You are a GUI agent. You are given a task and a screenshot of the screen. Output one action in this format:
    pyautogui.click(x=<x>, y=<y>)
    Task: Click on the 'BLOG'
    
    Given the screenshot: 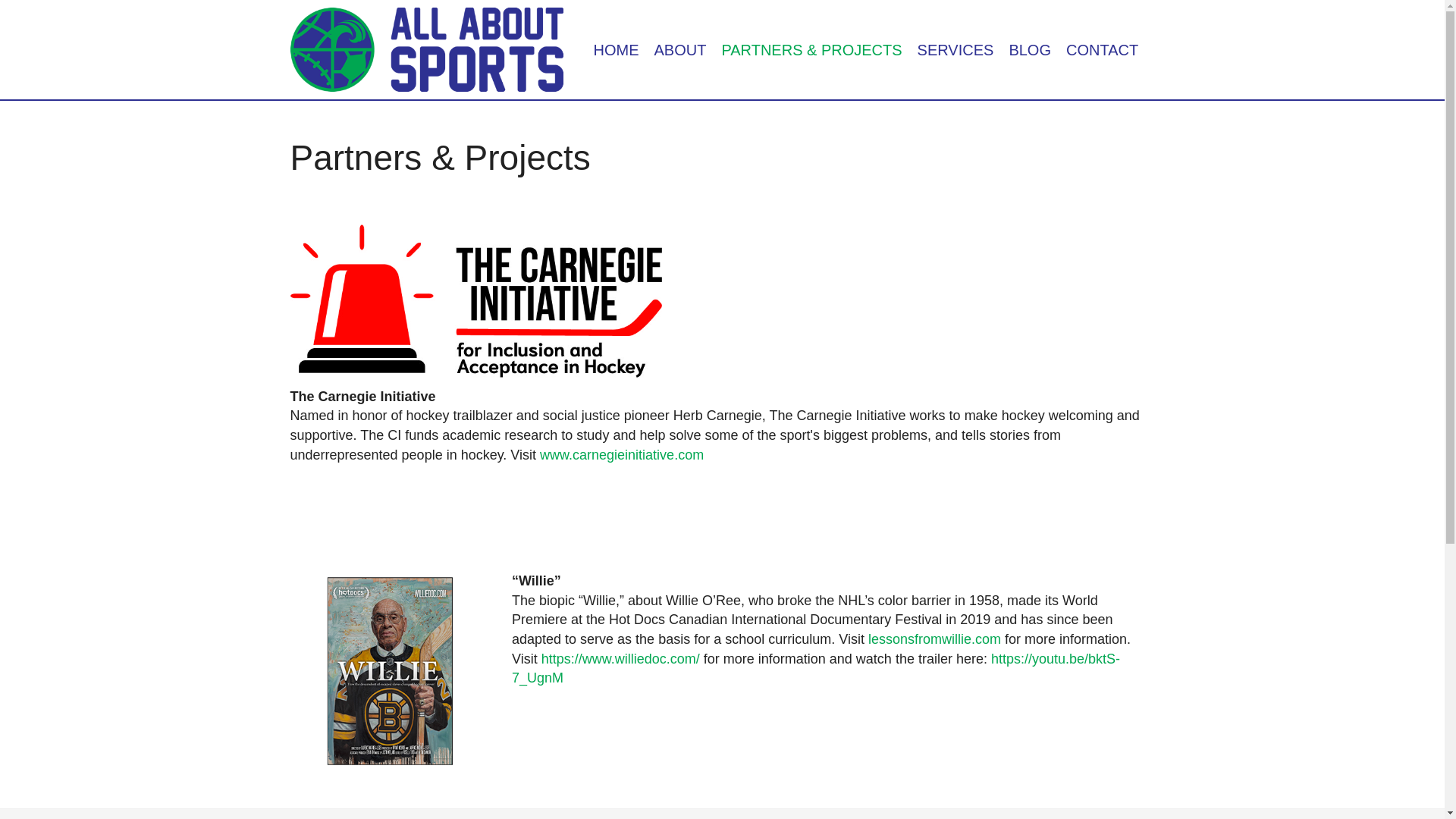 What is the action you would take?
    pyautogui.click(x=1030, y=49)
    